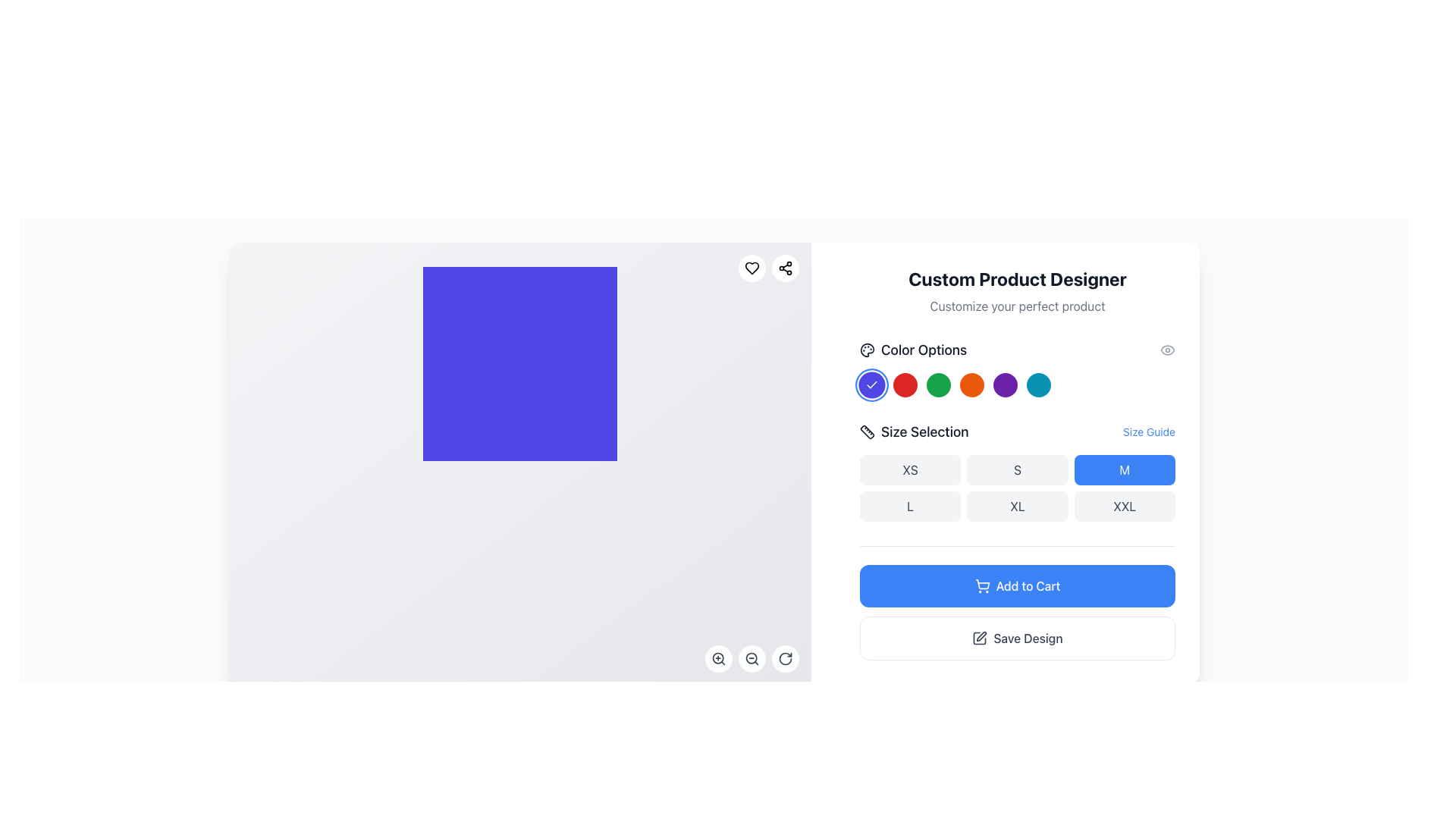 The height and width of the screenshot is (819, 1456). I want to click on descriptive text fragment that reads 'Customize your perfect product.' which is located directly below the main heading 'Custom Product Designer' in the right-hand column of the interface, so click(1018, 306).